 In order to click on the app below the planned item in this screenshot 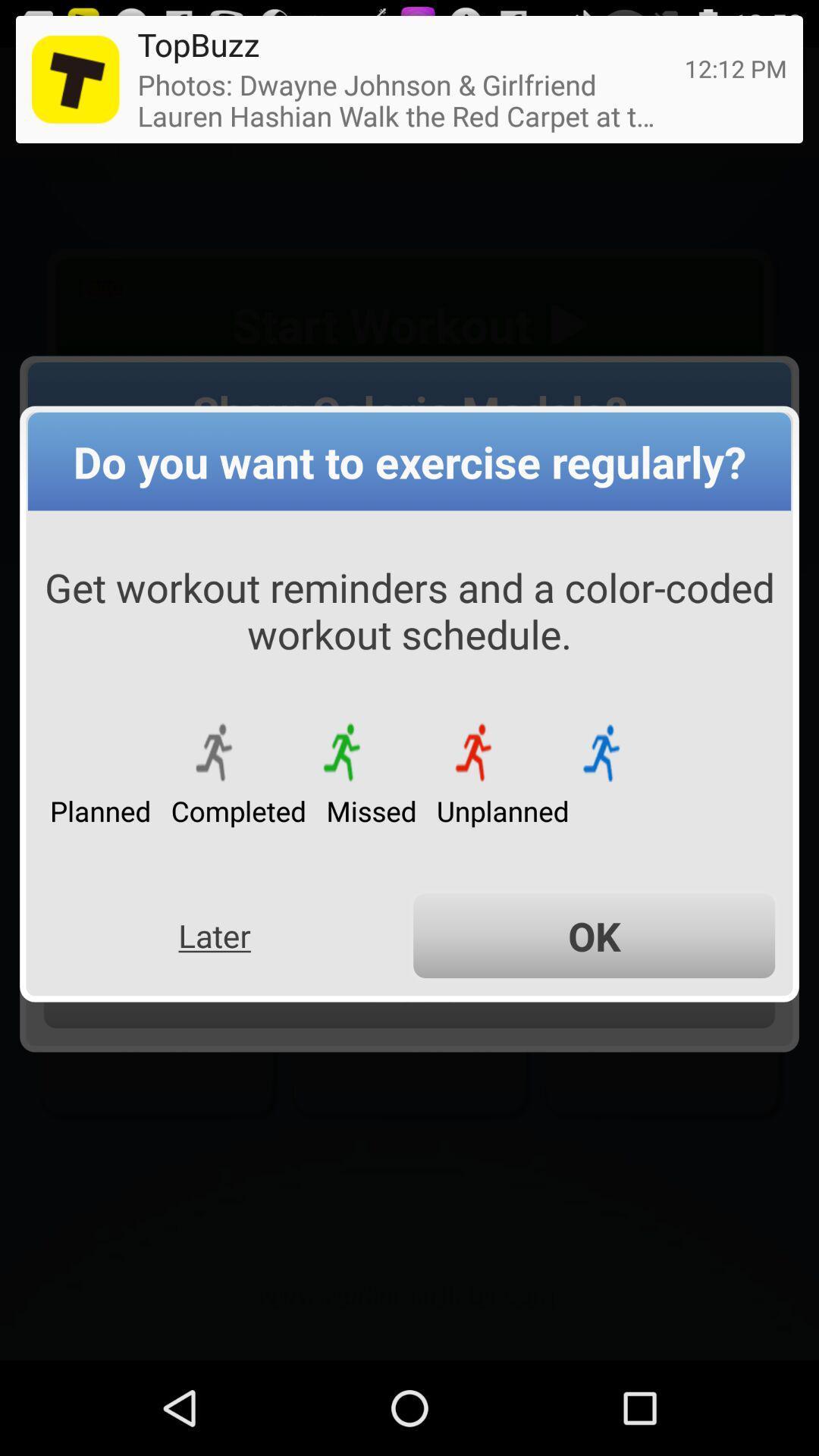, I will do `click(215, 935)`.